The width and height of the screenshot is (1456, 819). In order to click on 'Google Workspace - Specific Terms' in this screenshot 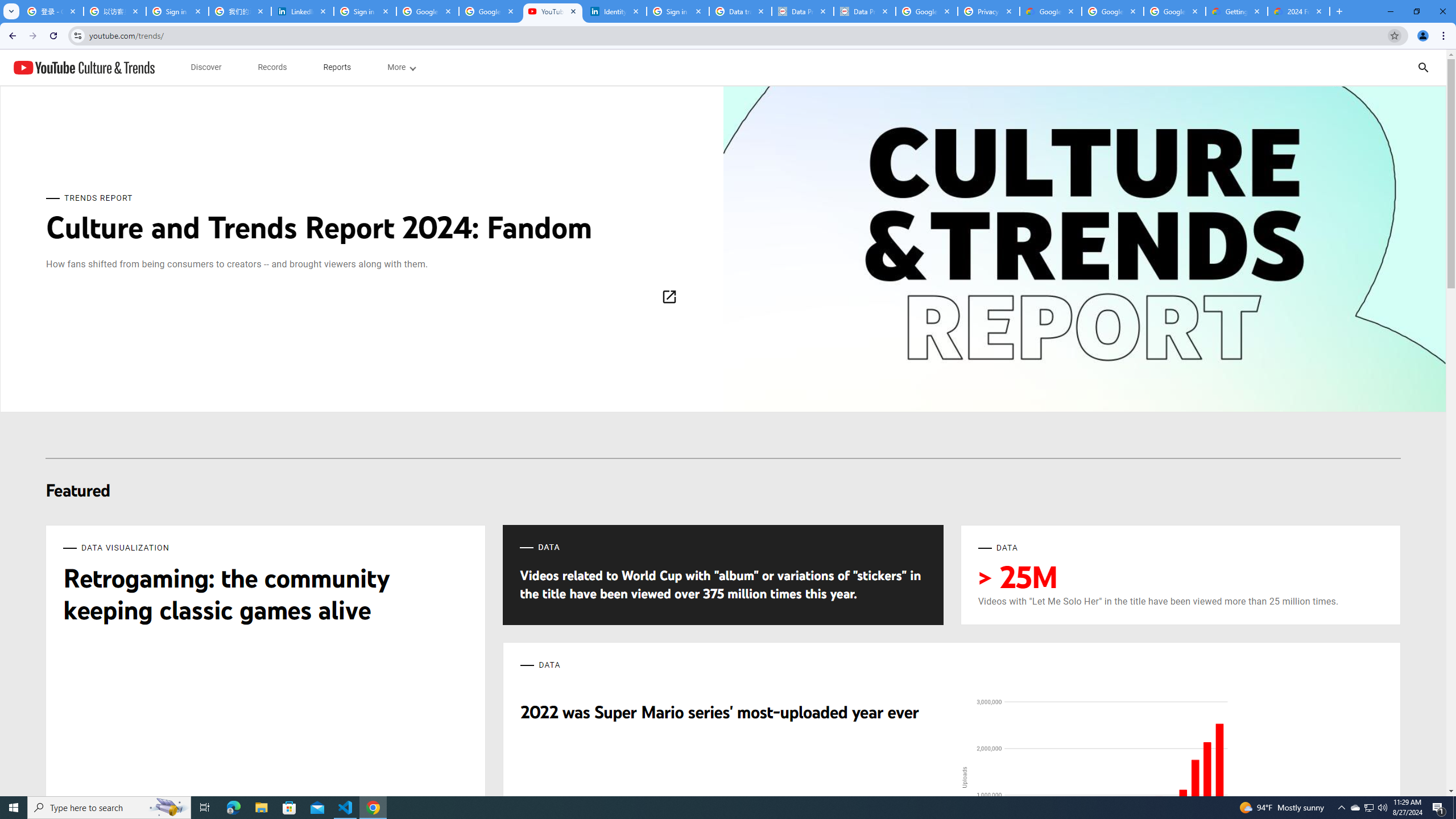, I will do `click(1111, 11)`.